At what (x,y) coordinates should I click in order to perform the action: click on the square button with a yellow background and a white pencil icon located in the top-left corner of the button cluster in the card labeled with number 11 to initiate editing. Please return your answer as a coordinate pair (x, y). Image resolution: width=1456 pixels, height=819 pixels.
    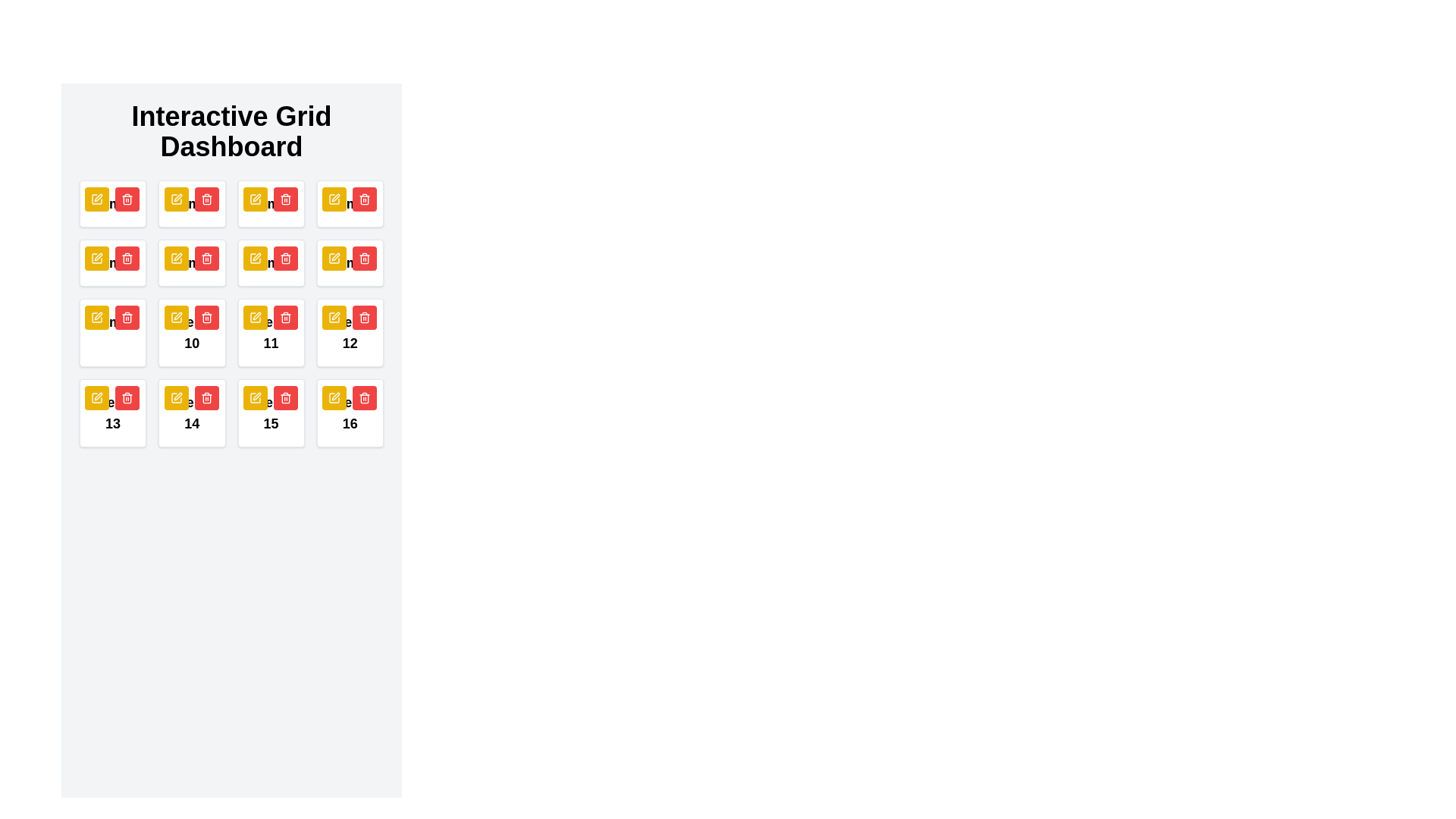
    Looking at the image, I should click on (255, 257).